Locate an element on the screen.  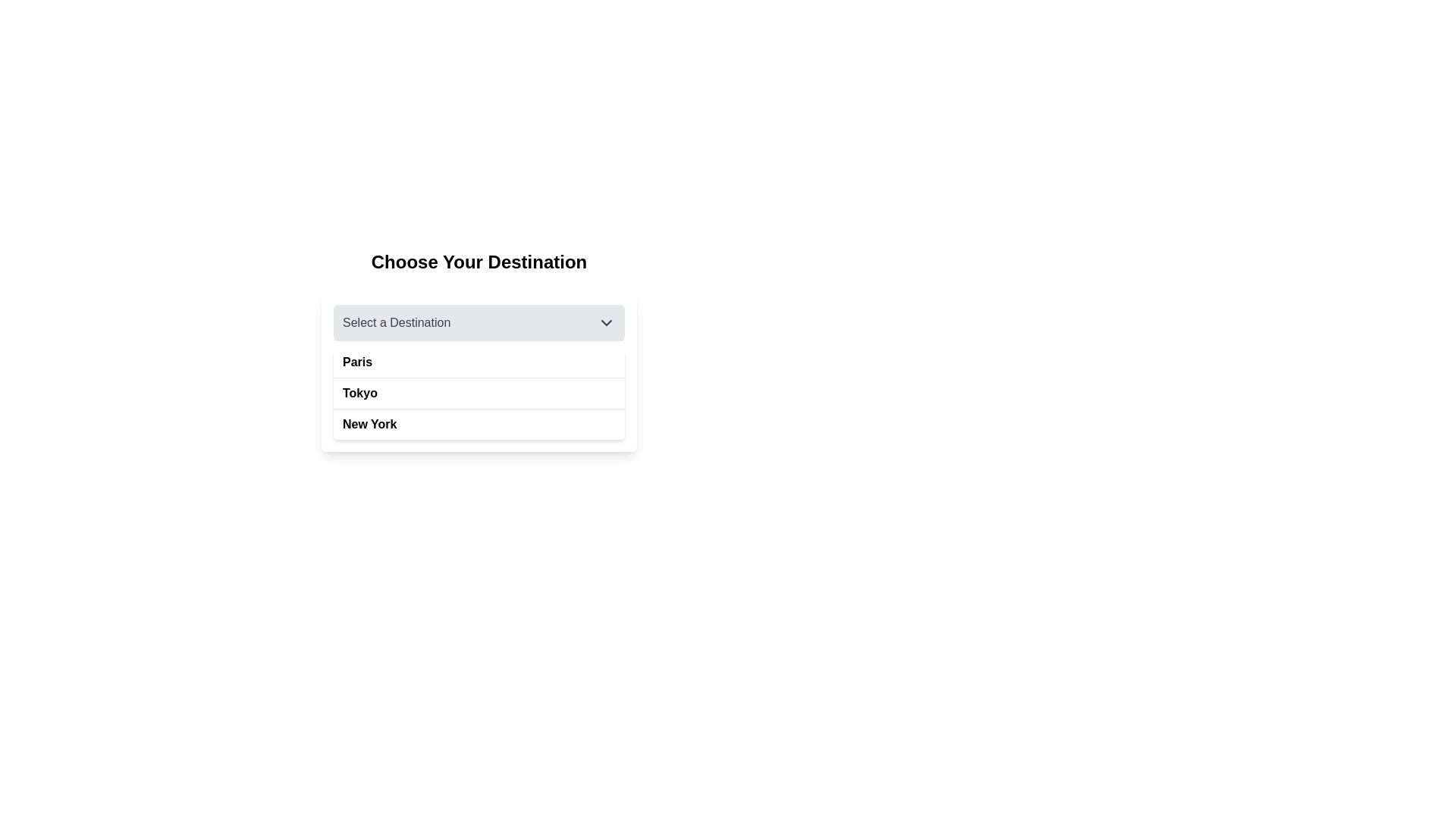
the first option 'Paris' in the dropdown menu labeled 'Choose Your Destination' is located at coordinates (479, 372).